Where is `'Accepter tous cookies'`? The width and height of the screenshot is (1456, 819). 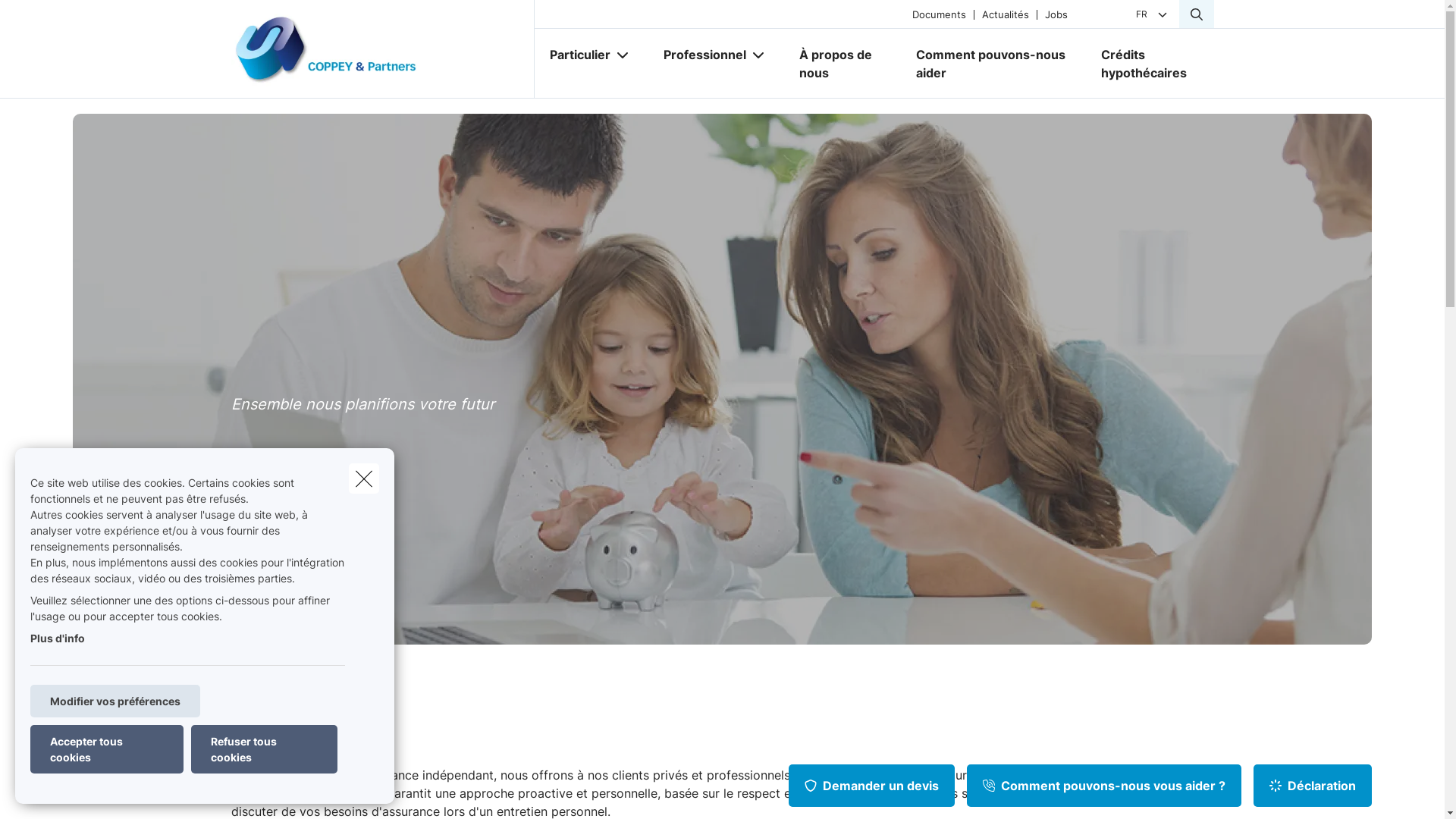
'Accepter tous cookies' is located at coordinates (30, 748).